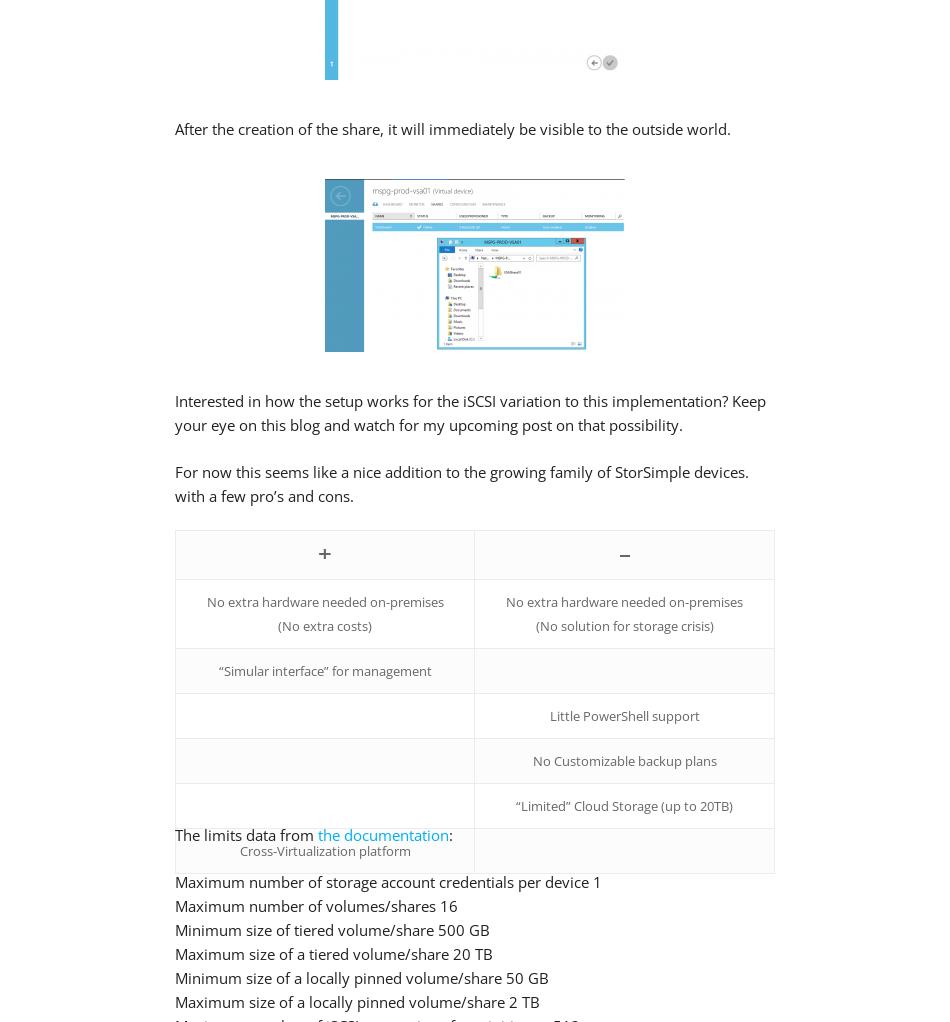  I want to click on '(No solution for storage crisis)', so click(623, 625).